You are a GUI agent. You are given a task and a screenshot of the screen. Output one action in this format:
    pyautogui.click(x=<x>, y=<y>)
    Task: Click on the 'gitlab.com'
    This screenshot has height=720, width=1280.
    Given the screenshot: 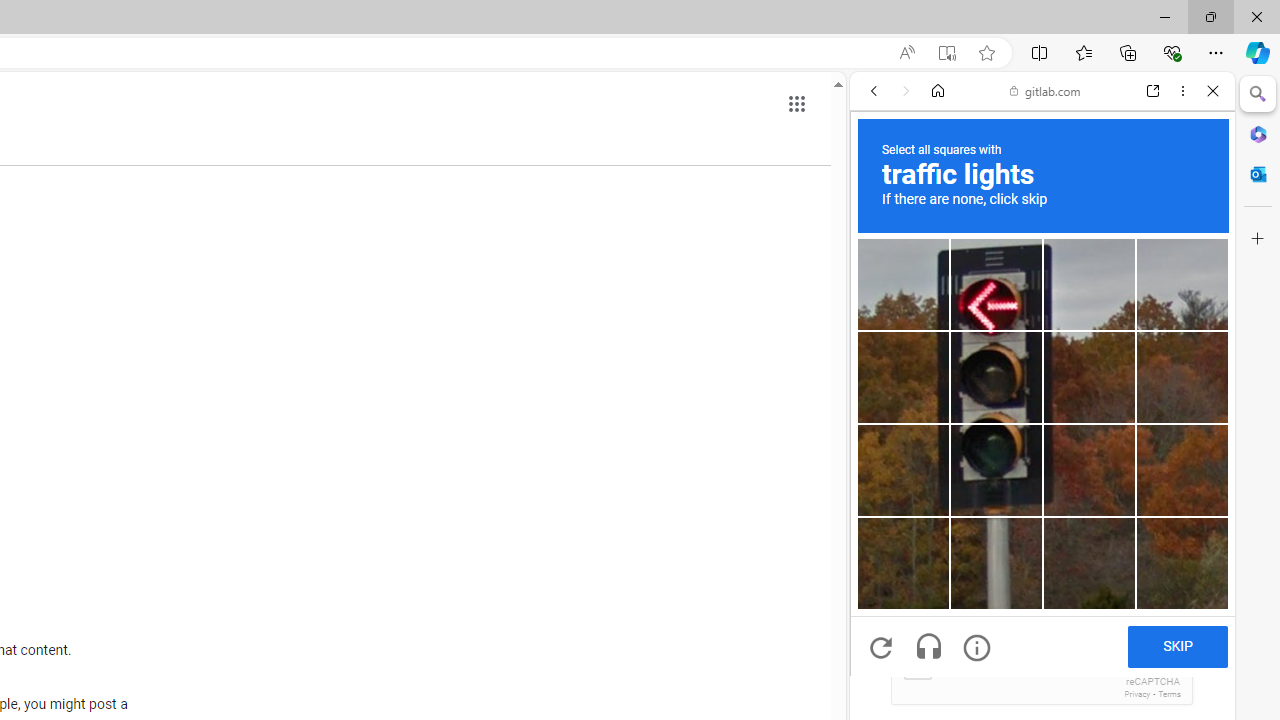 What is the action you would take?
    pyautogui.click(x=1044, y=91)
    